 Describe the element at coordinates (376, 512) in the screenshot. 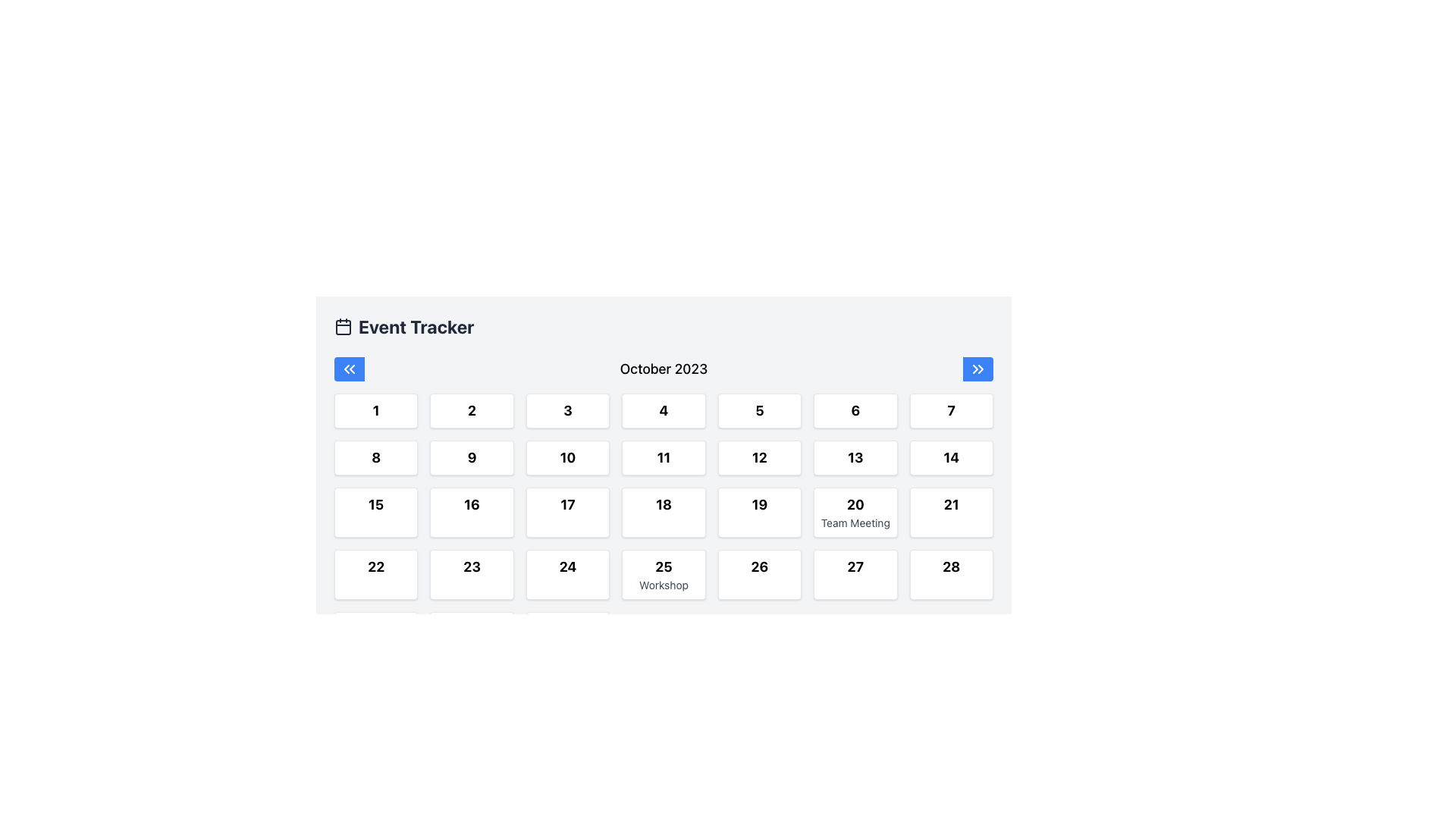

I see `the calendar day cell displaying the number '15' in the third row and fifth column of the grid layout` at that location.